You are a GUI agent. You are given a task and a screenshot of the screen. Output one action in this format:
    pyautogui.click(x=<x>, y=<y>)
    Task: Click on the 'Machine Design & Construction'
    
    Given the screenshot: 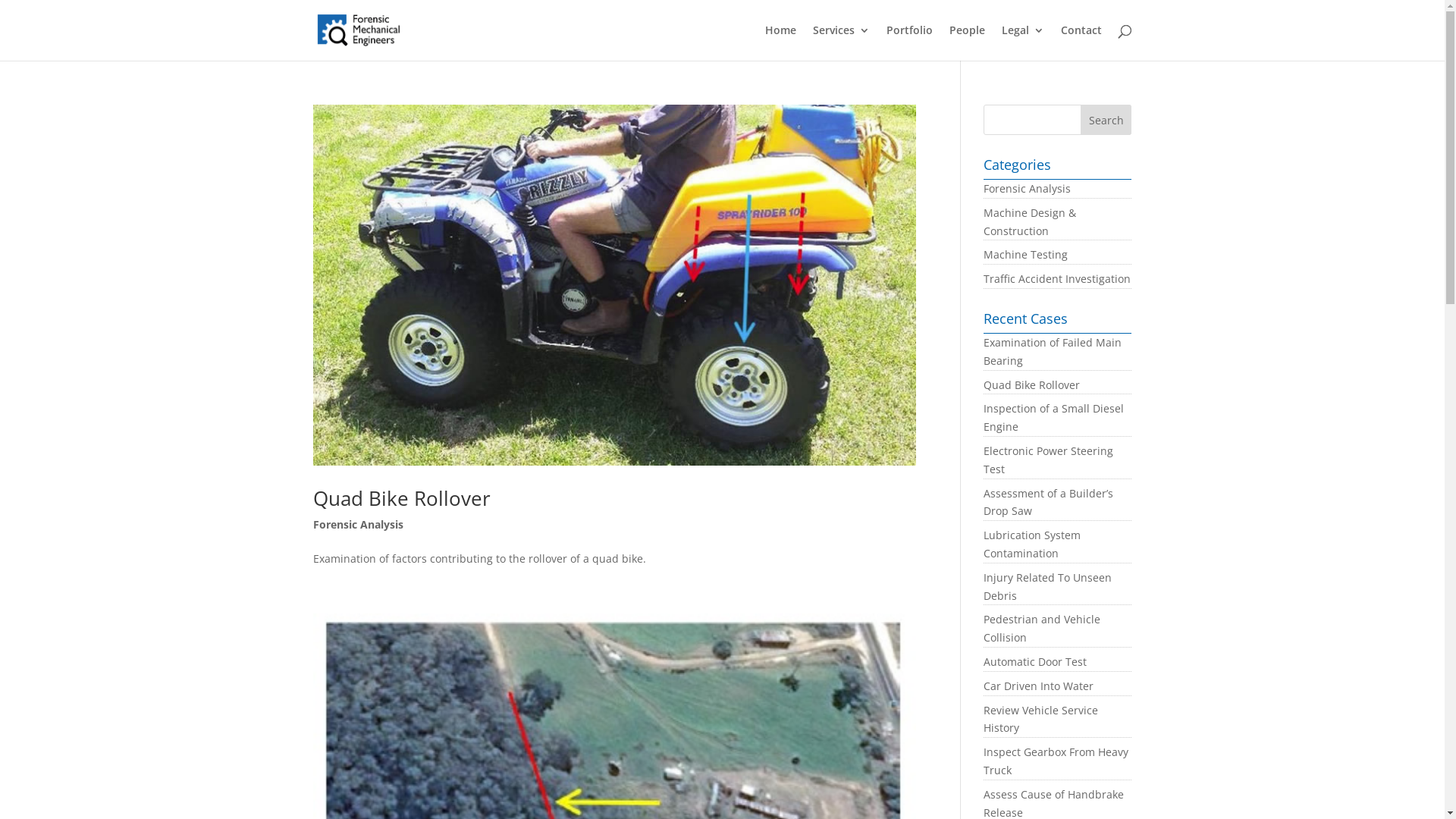 What is the action you would take?
    pyautogui.click(x=1030, y=221)
    